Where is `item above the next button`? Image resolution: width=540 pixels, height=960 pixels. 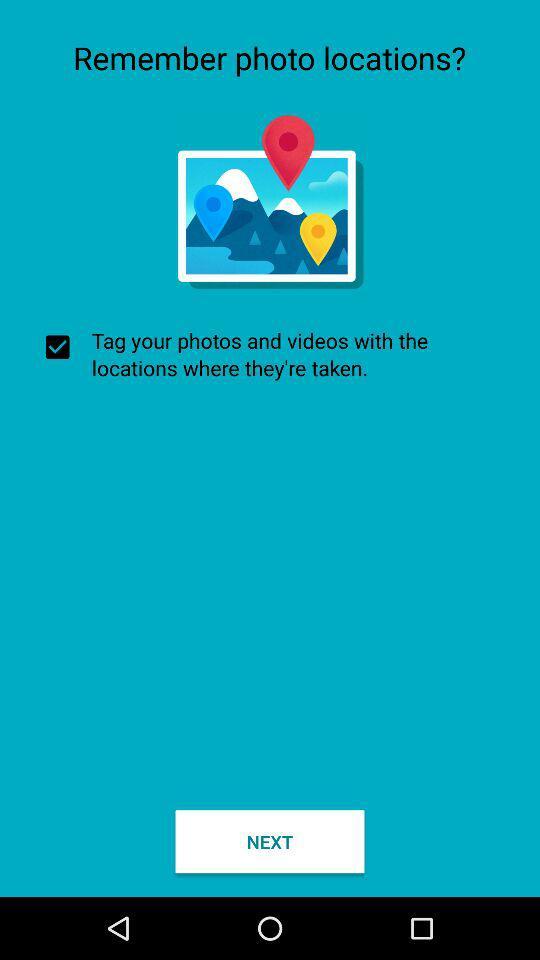
item above the next button is located at coordinates (270, 354).